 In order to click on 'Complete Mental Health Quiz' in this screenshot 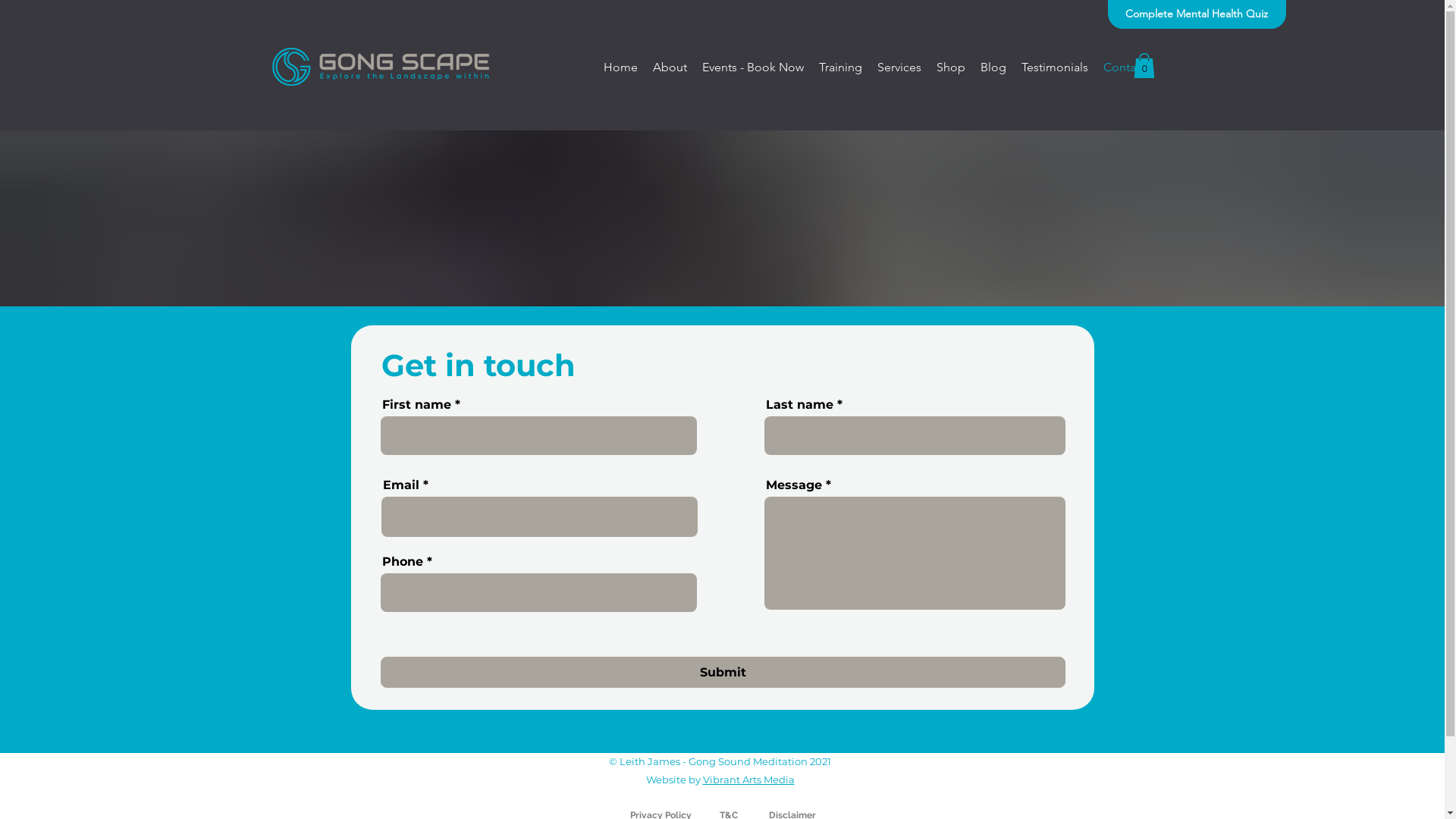, I will do `click(1195, 14)`.